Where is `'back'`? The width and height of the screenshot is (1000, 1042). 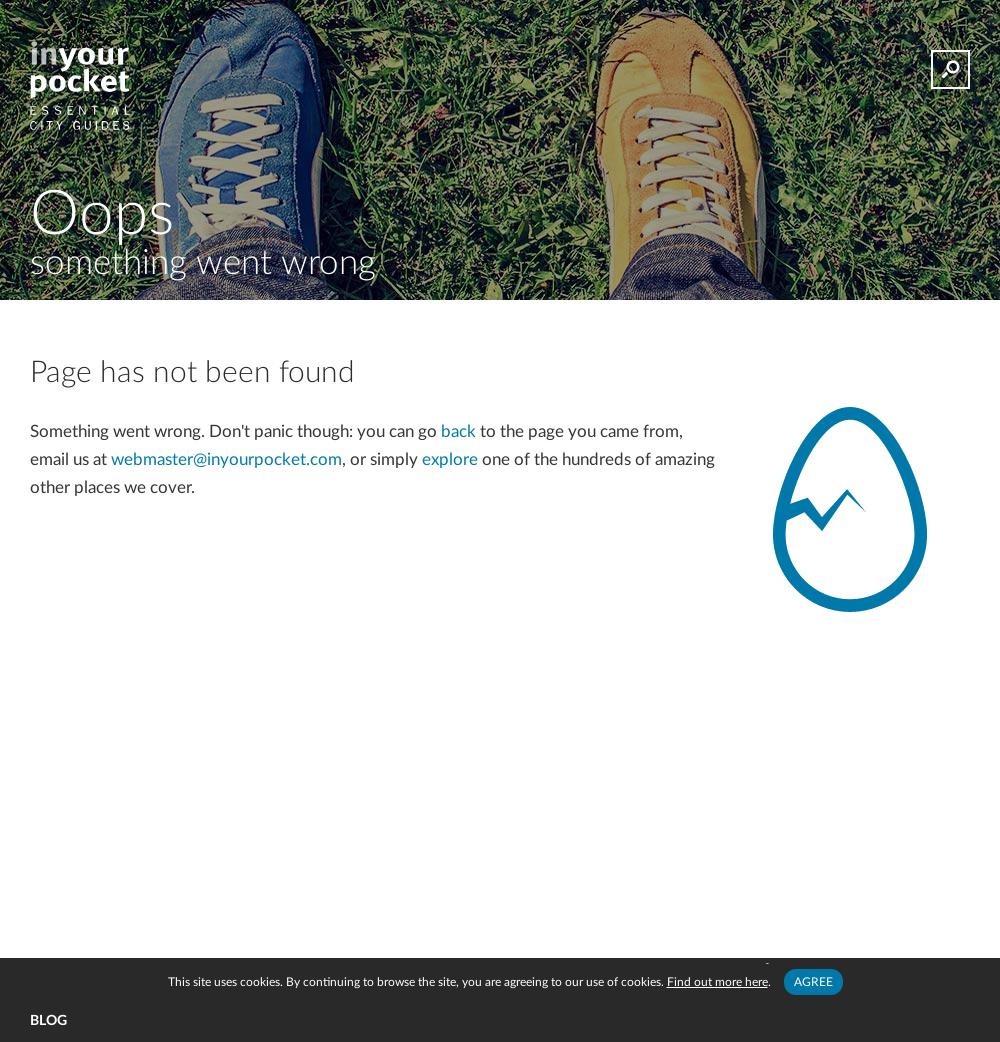 'back' is located at coordinates (457, 430).